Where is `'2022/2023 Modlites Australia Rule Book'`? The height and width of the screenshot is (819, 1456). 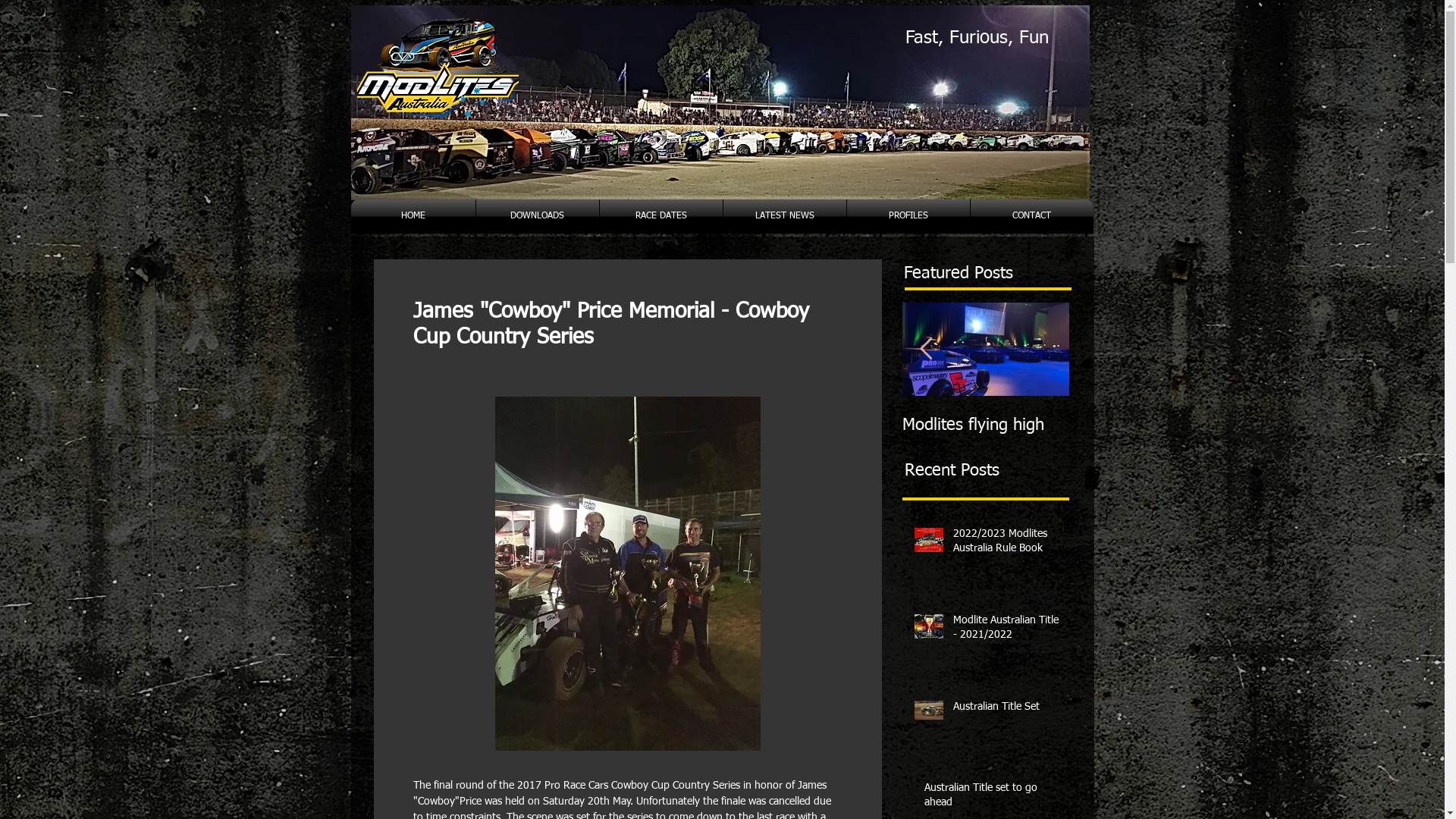
'2022/2023 Modlites Australia Rule Book' is located at coordinates (952, 544).